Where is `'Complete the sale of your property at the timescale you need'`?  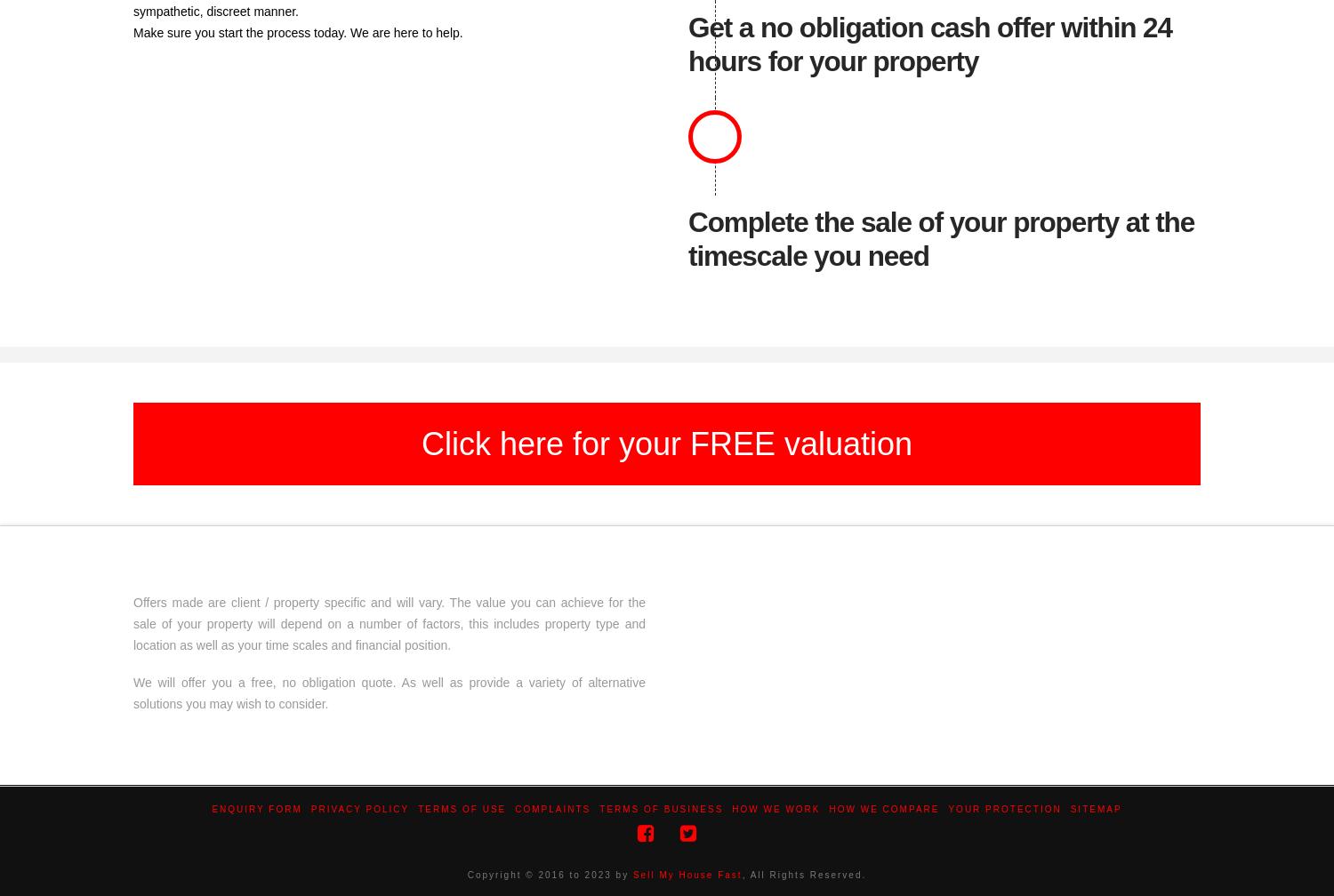
'Complete the sale of your property at the timescale you need' is located at coordinates (941, 239).